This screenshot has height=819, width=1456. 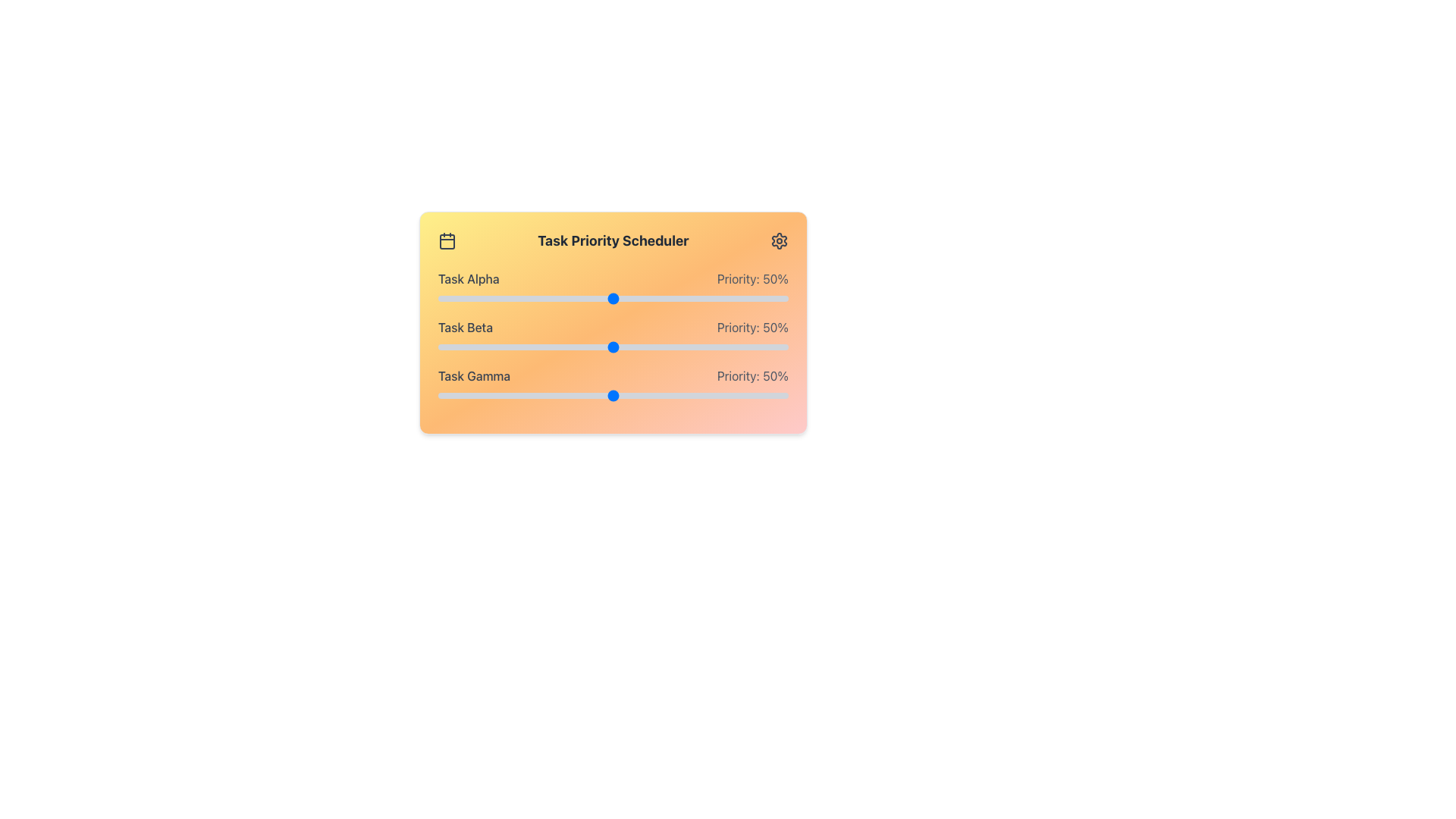 What do you see at coordinates (543, 347) in the screenshot?
I see `the "Task Beta" priority` at bounding box center [543, 347].